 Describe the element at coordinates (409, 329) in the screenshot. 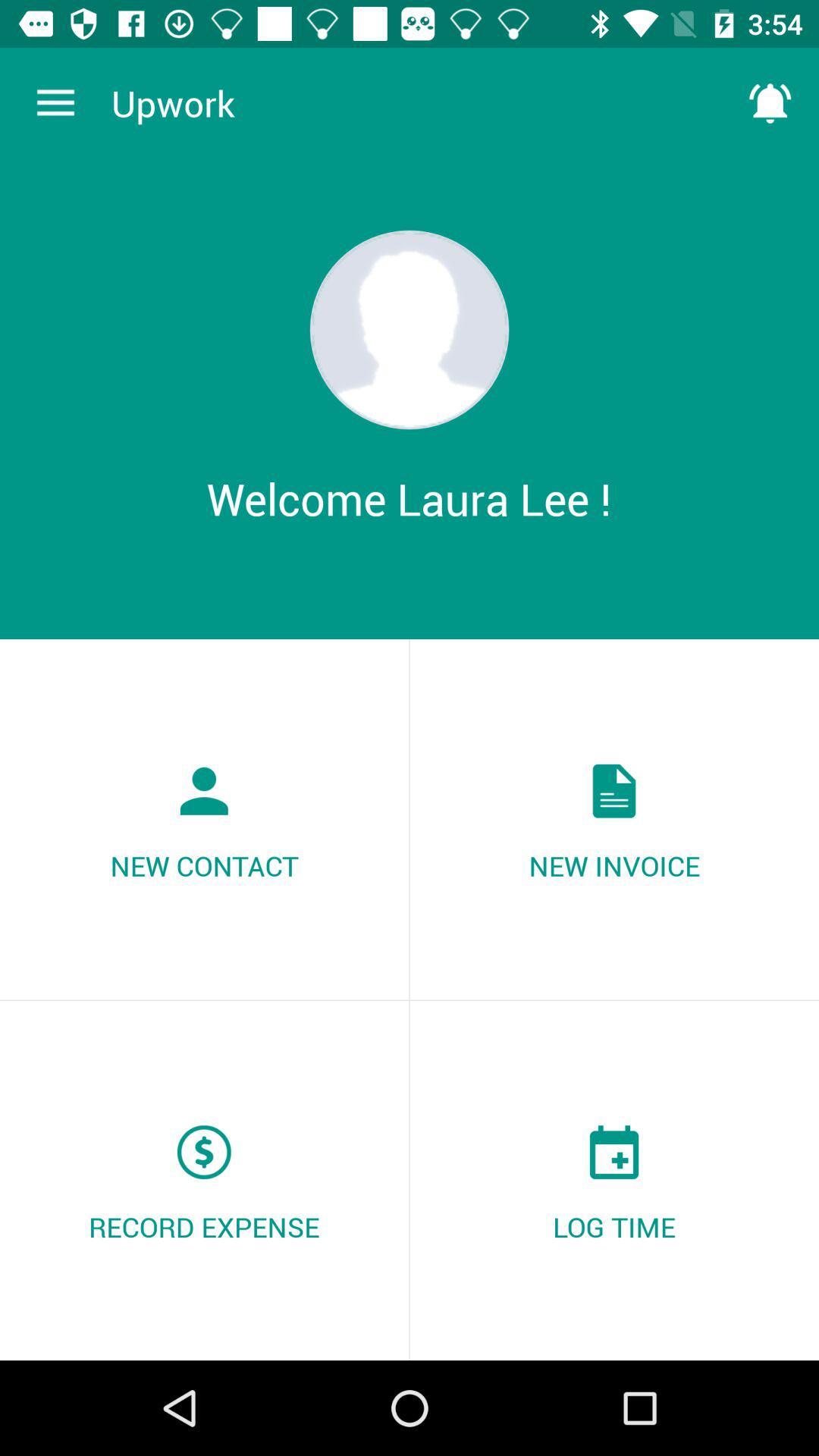

I see `icon above the welcome laura lee ! item` at that location.